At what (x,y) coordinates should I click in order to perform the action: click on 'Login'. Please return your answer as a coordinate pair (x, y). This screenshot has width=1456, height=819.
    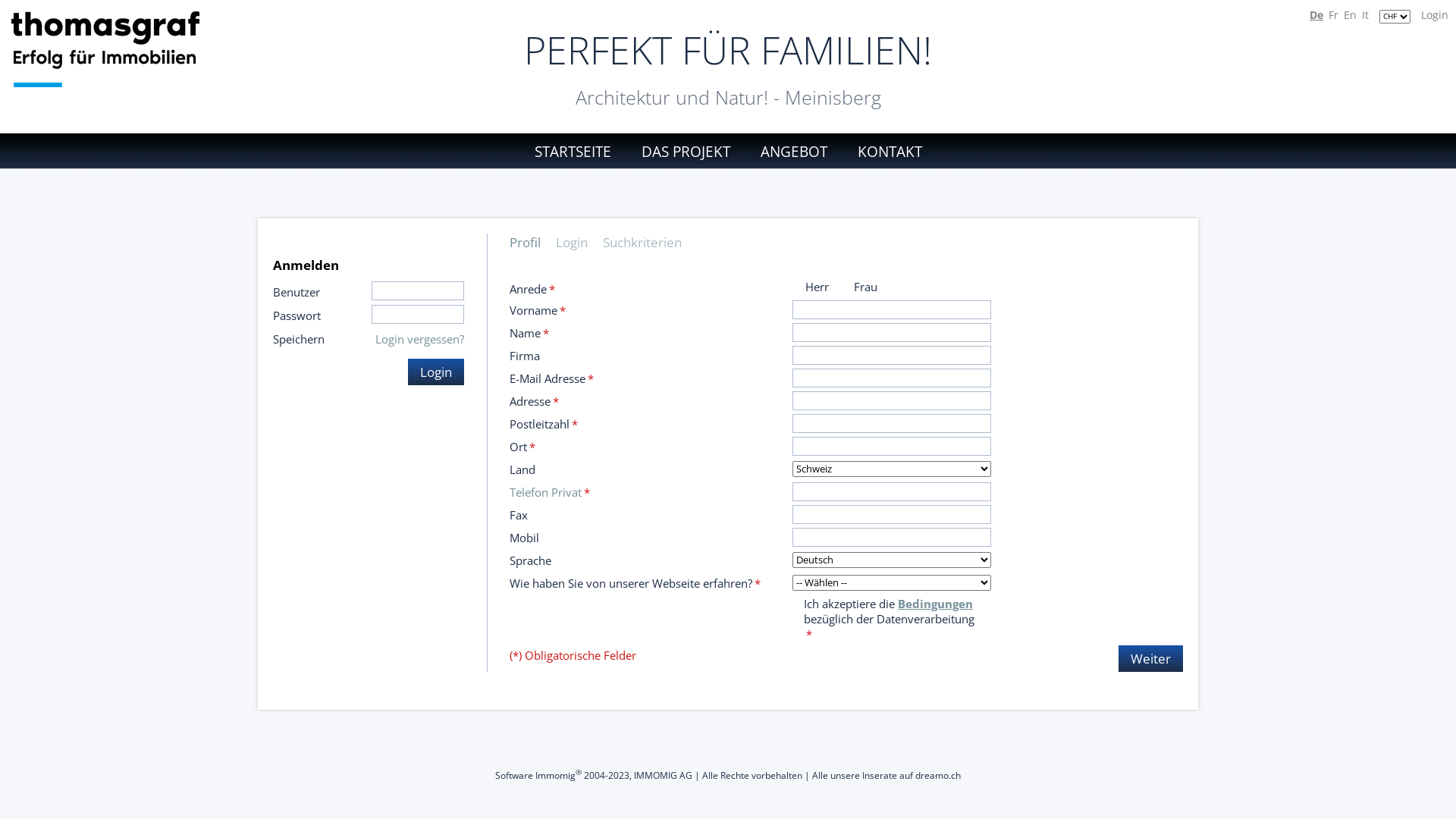
    Looking at the image, I should click on (435, 372).